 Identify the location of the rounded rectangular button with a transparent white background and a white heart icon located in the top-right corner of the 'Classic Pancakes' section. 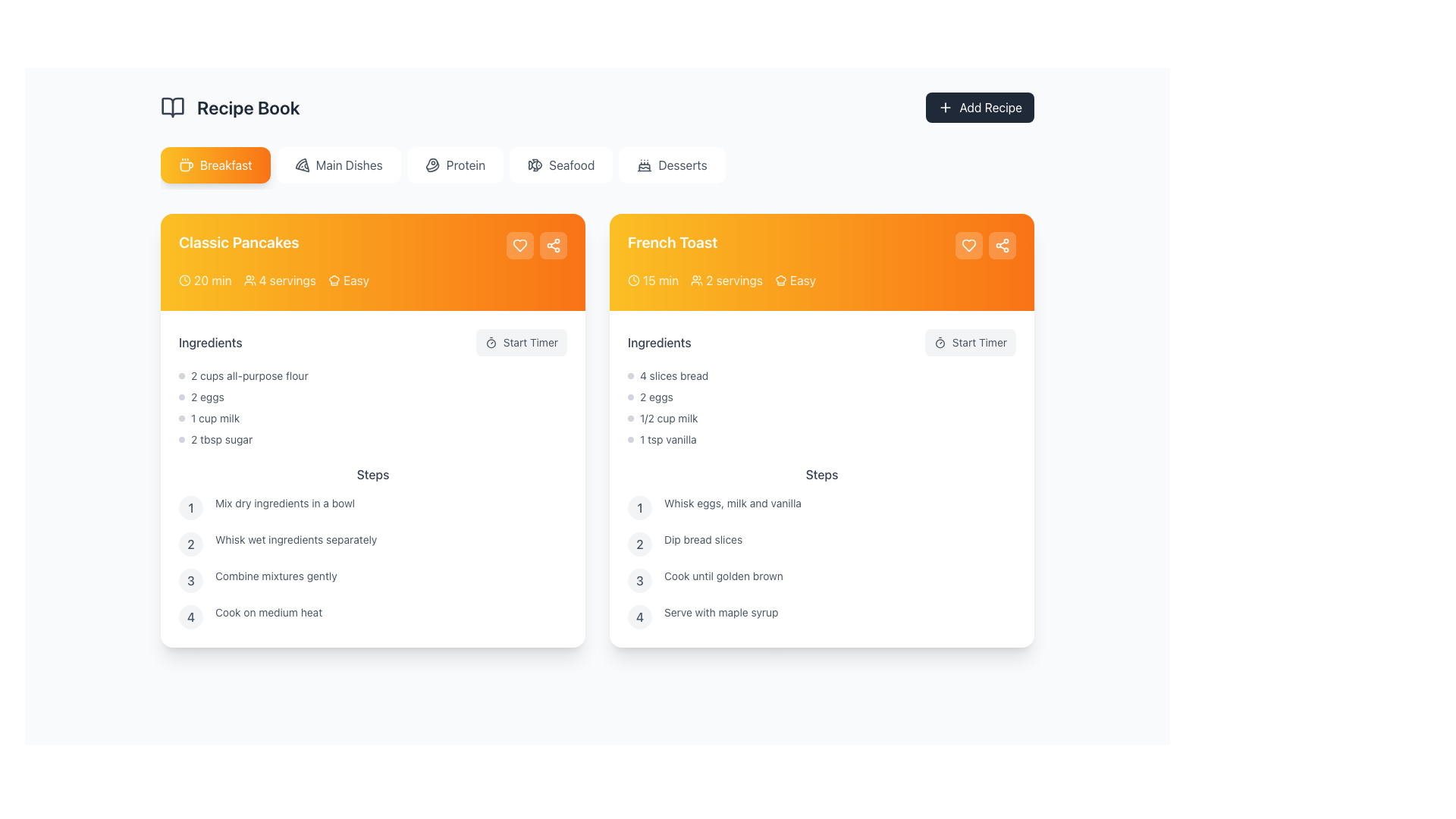
(520, 245).